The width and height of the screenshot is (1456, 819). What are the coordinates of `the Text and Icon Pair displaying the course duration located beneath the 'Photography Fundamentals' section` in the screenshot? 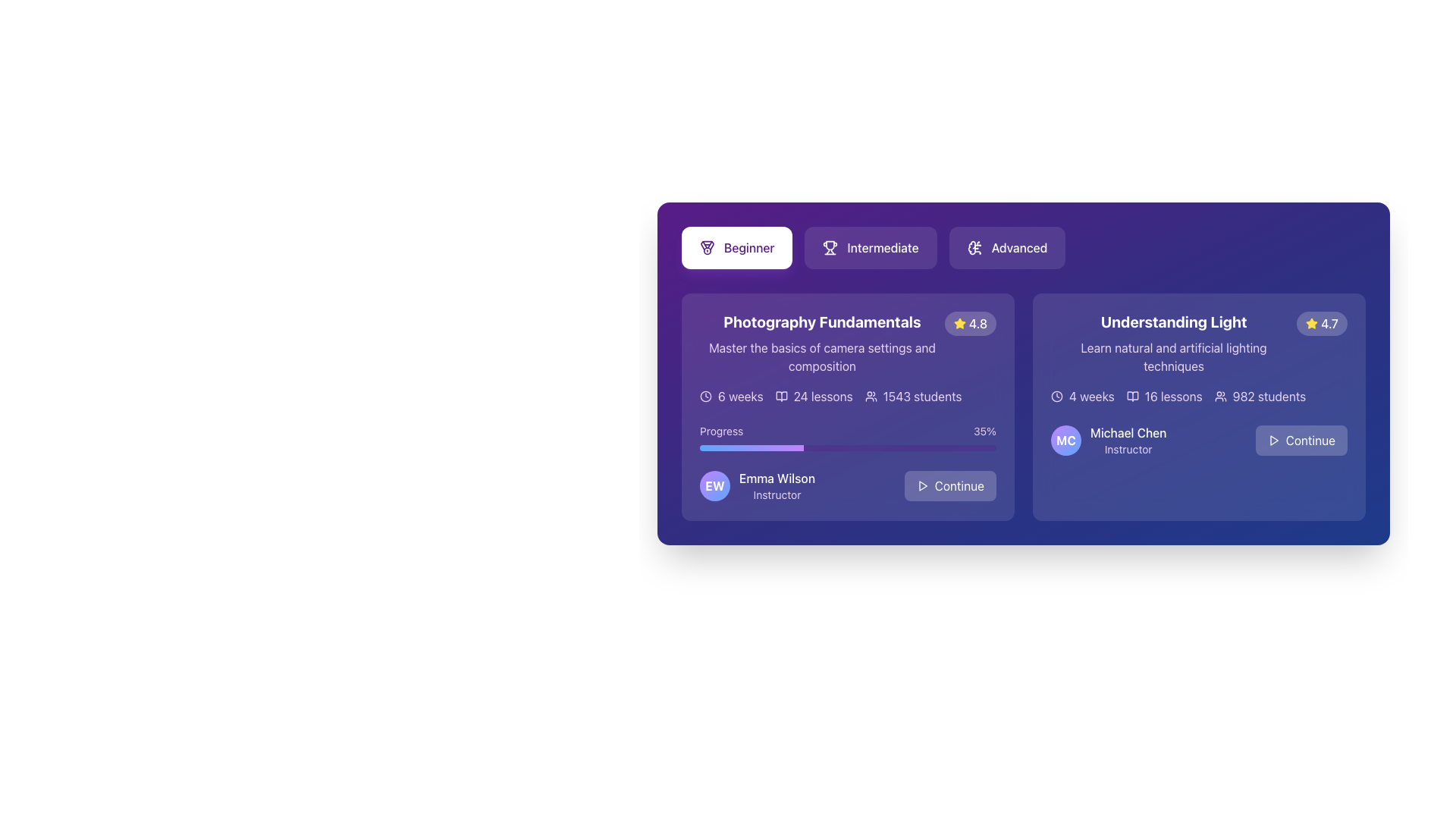 It's located at (731, 396).